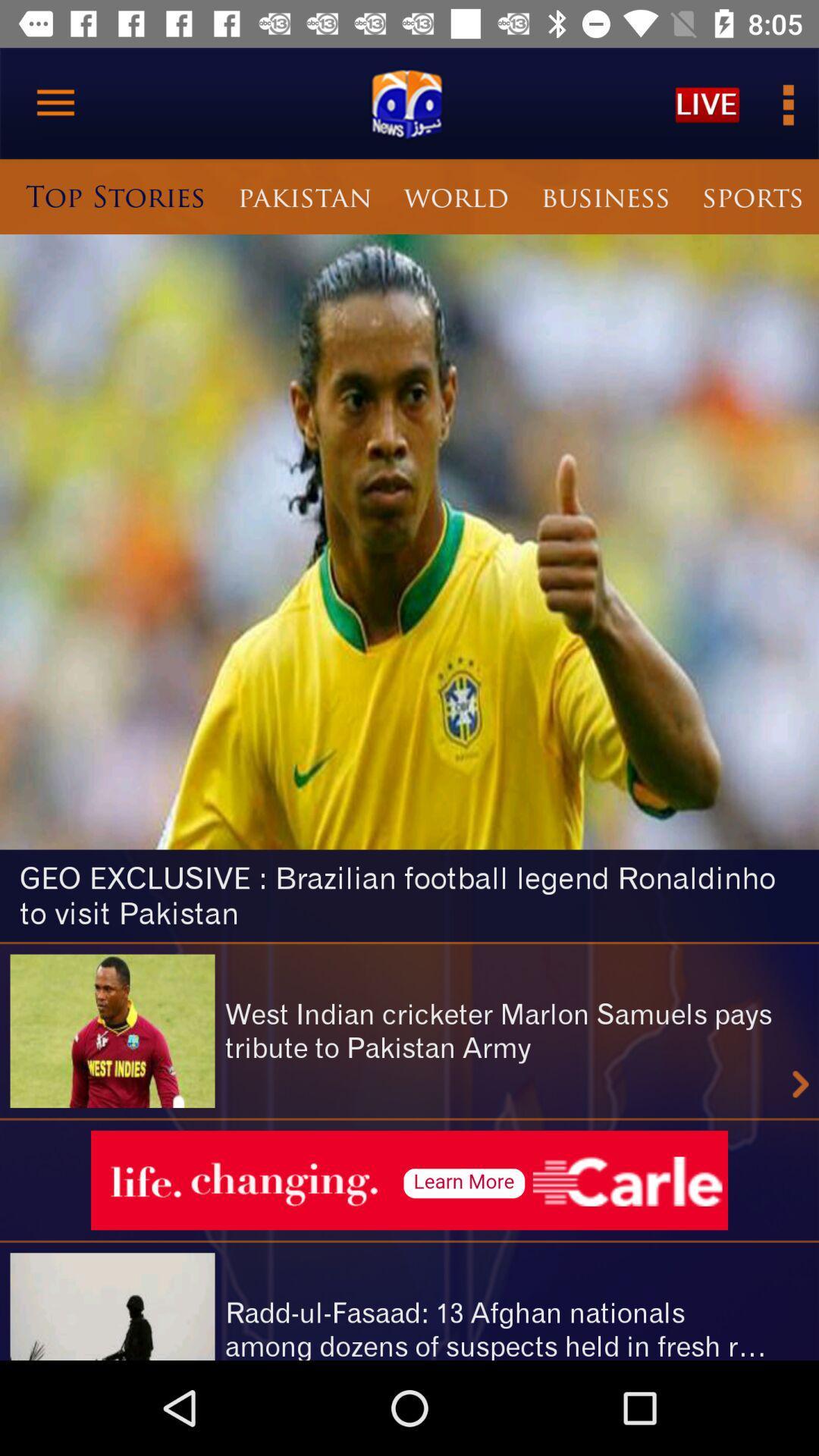 This screenshot has height=1456, width=819. Describe the element at coordinates (786, 102) in the screenshot. I see `see the gallery` at that location.